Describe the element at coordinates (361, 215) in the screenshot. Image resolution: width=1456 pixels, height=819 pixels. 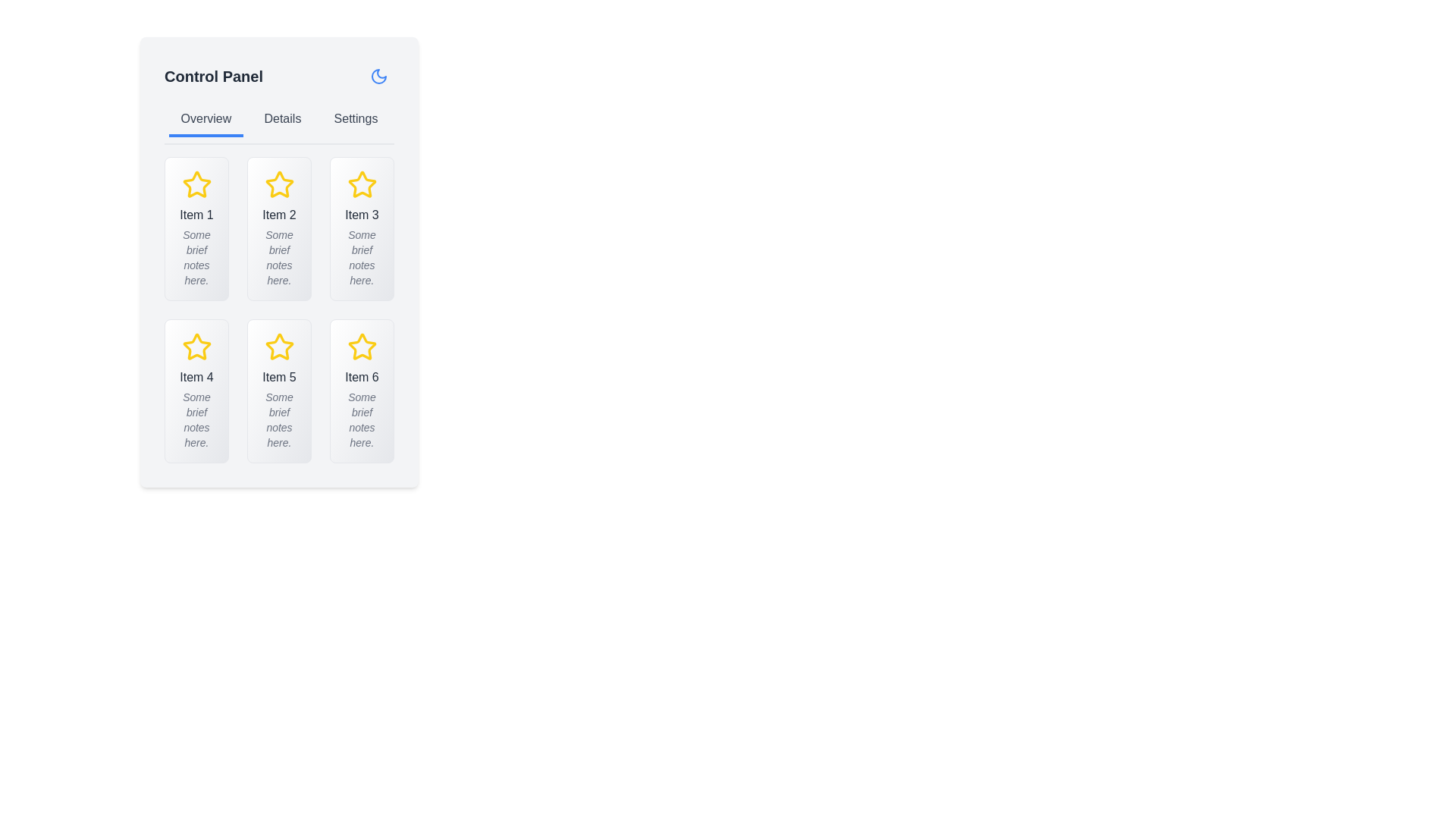
I see `the Text Label that serves as a descriptive identifier for the third item in the grid, positioned in the top row, third column, directly below a star icon` at that location.